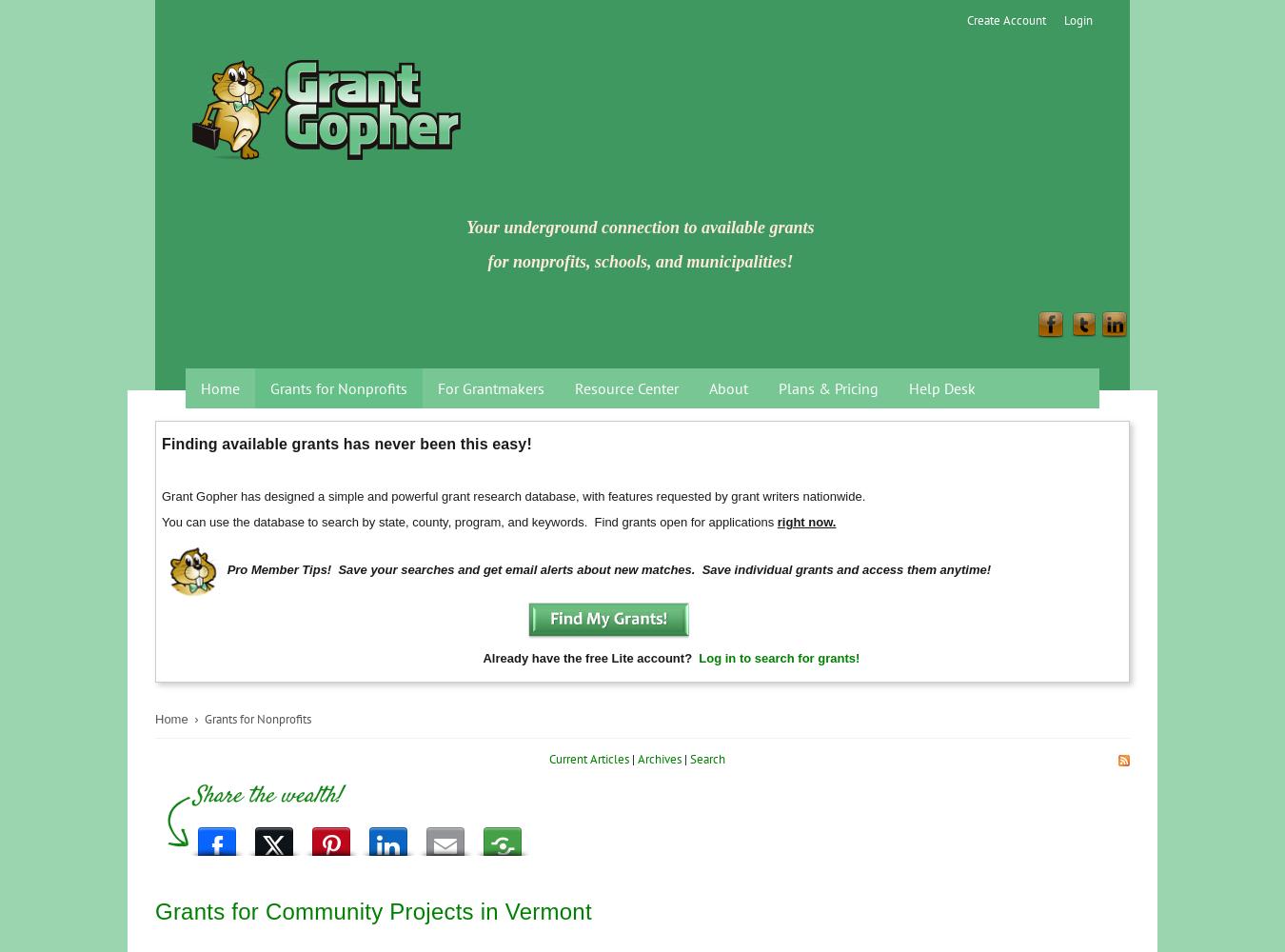 This screenshot has height=952, width=1285. I want to click on 'Share the wealth!', so click(266, 795).